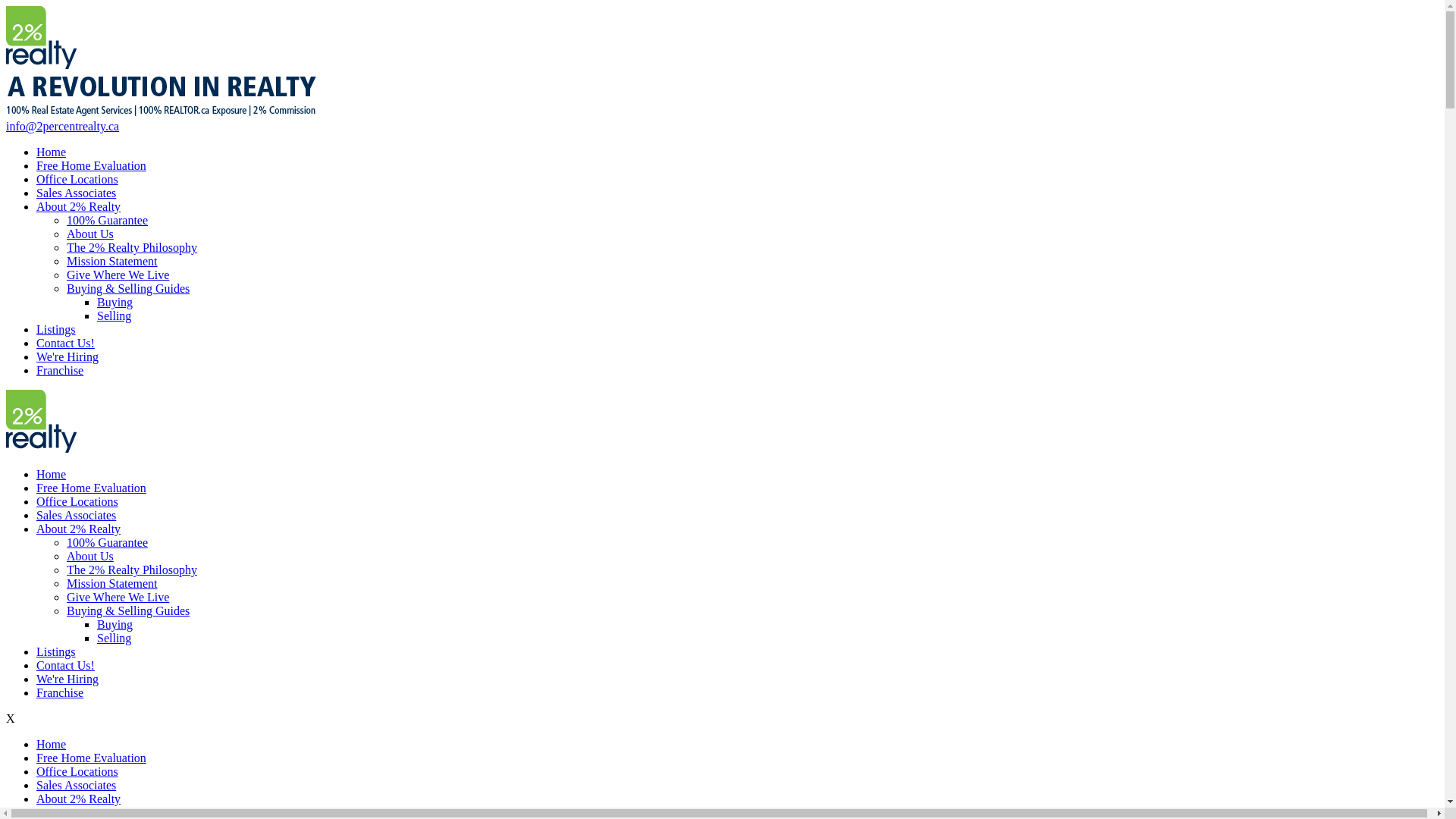 The width and height of the screenshot is (1456, 819). Describe the element at coordinates (59, 370) in the screenshot. I see `'Franchise'` at that location.